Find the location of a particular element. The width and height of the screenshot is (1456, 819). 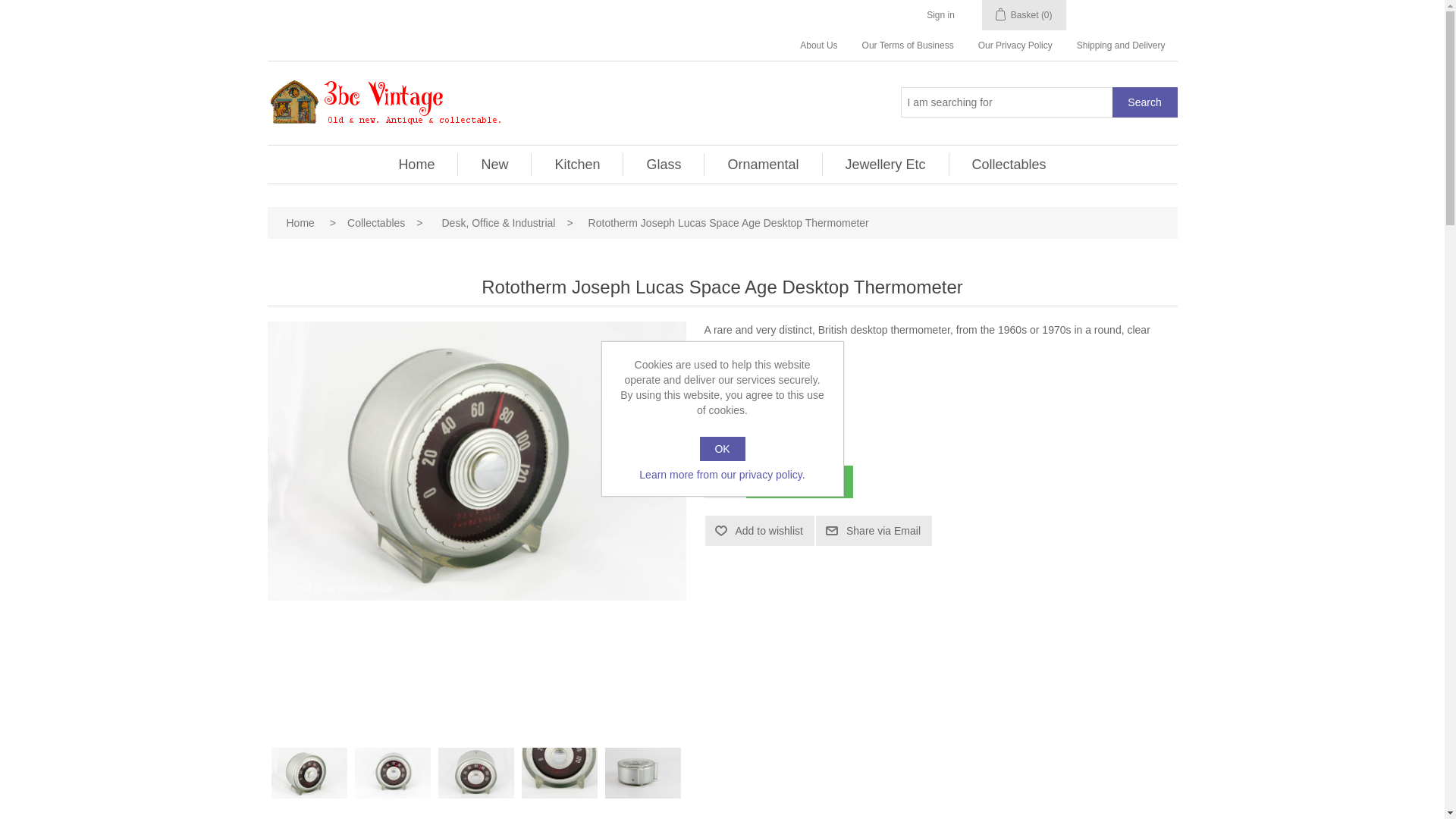

'About Us' is located at coordinates (817, 45).